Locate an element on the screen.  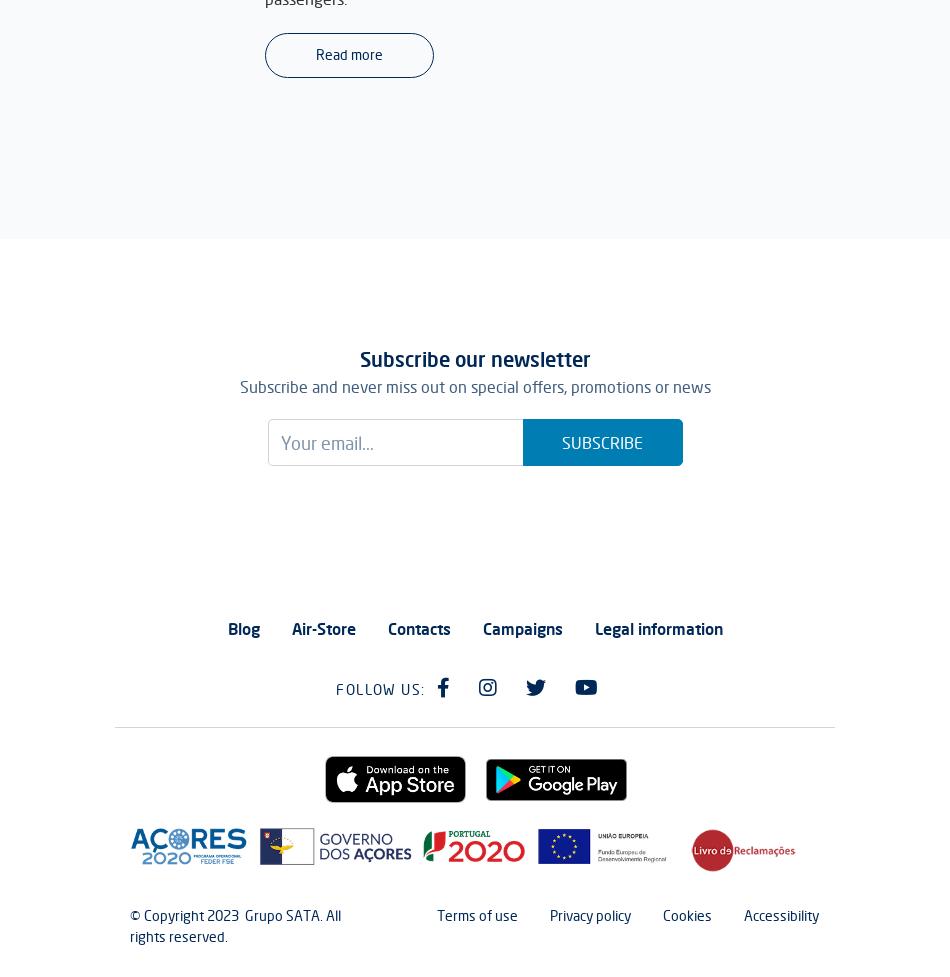
'Privacy policy' is located at coordinates (590, 913).